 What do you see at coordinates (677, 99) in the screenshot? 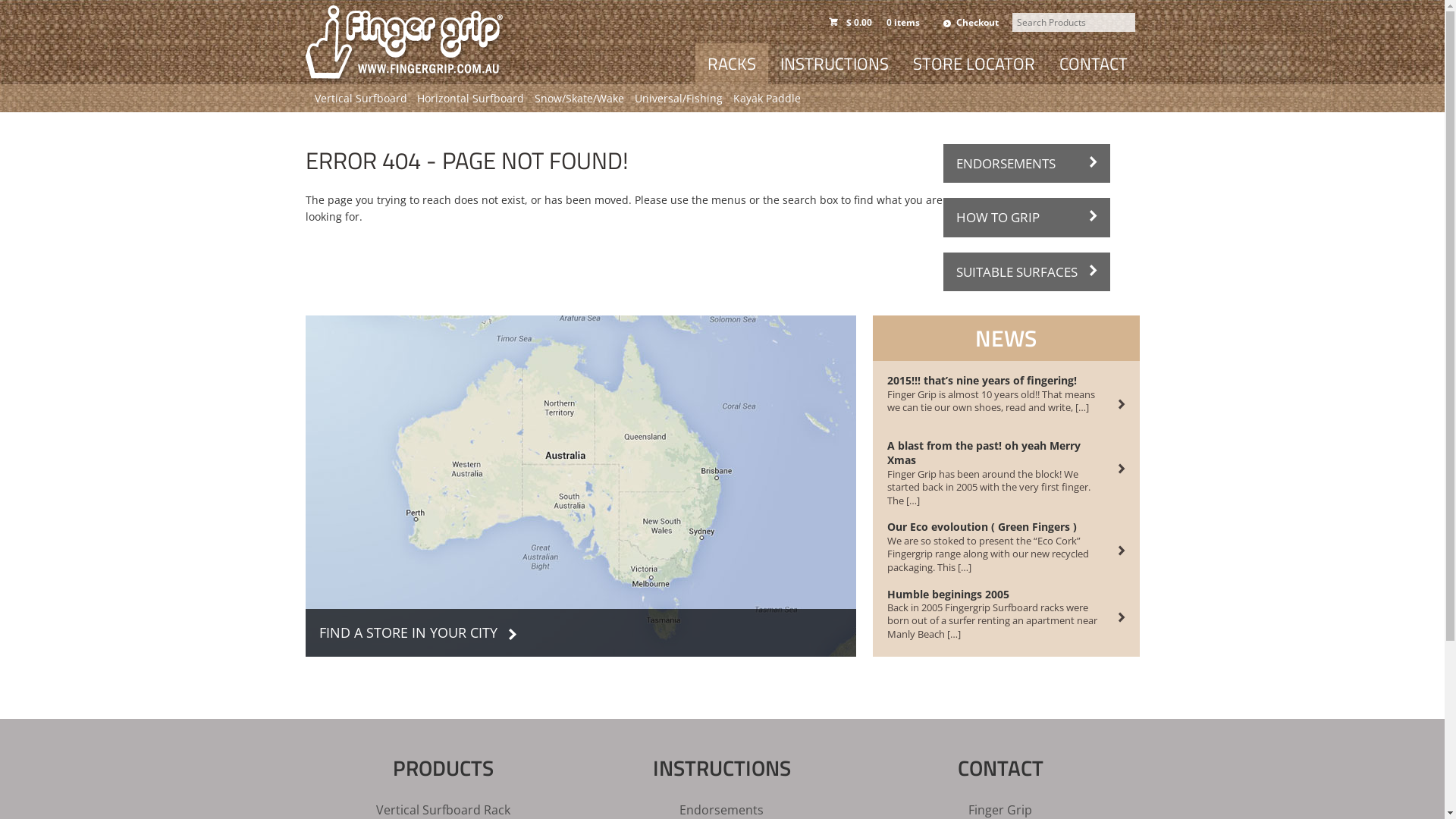
I see `'Universal/Fishing'` at bounding box center [677, 99].